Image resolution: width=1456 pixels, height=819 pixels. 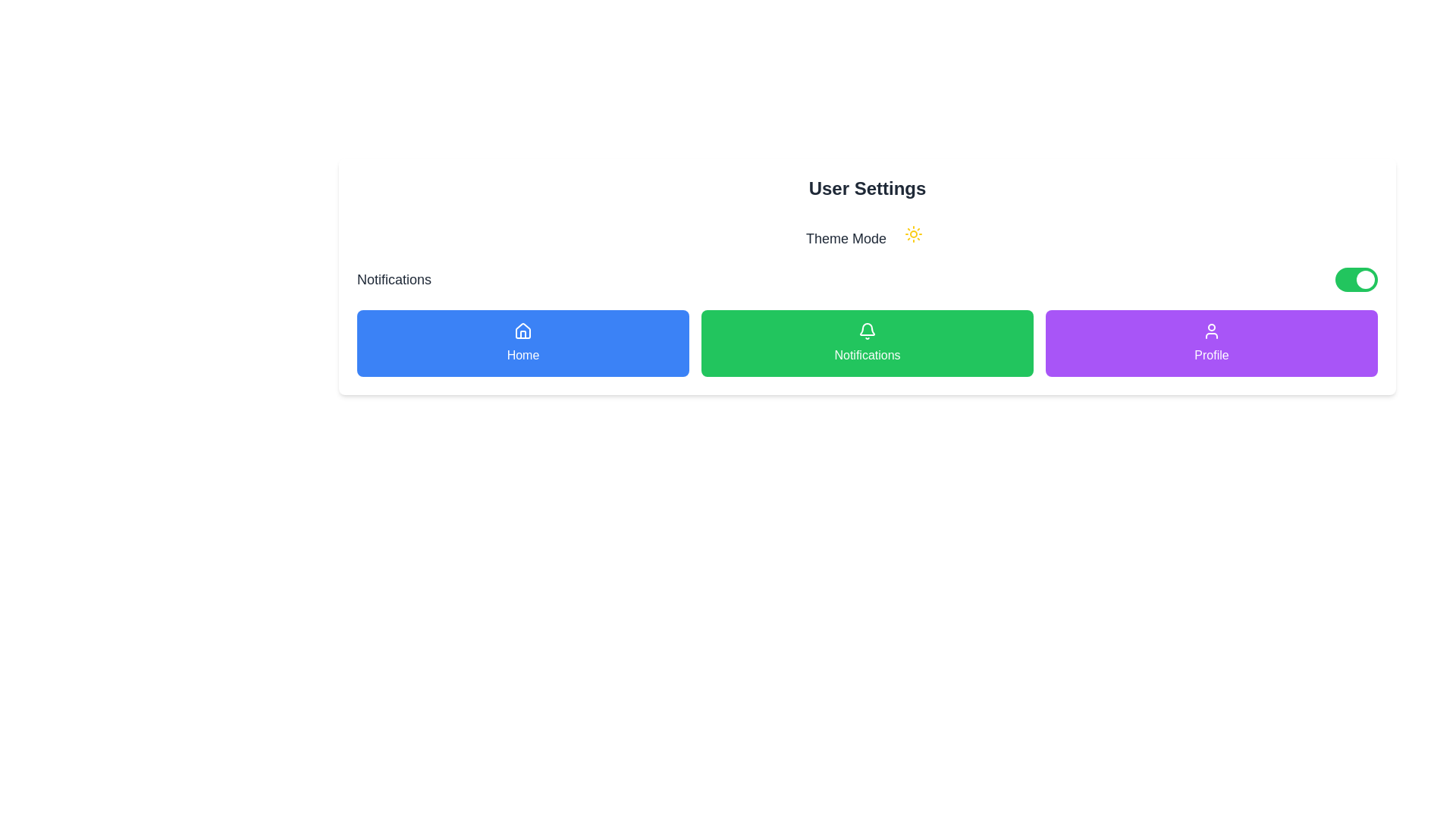 I want to click on the house icon located on the blue 'Home' button to possibly see a tooltip, so click(x=523, y=330).